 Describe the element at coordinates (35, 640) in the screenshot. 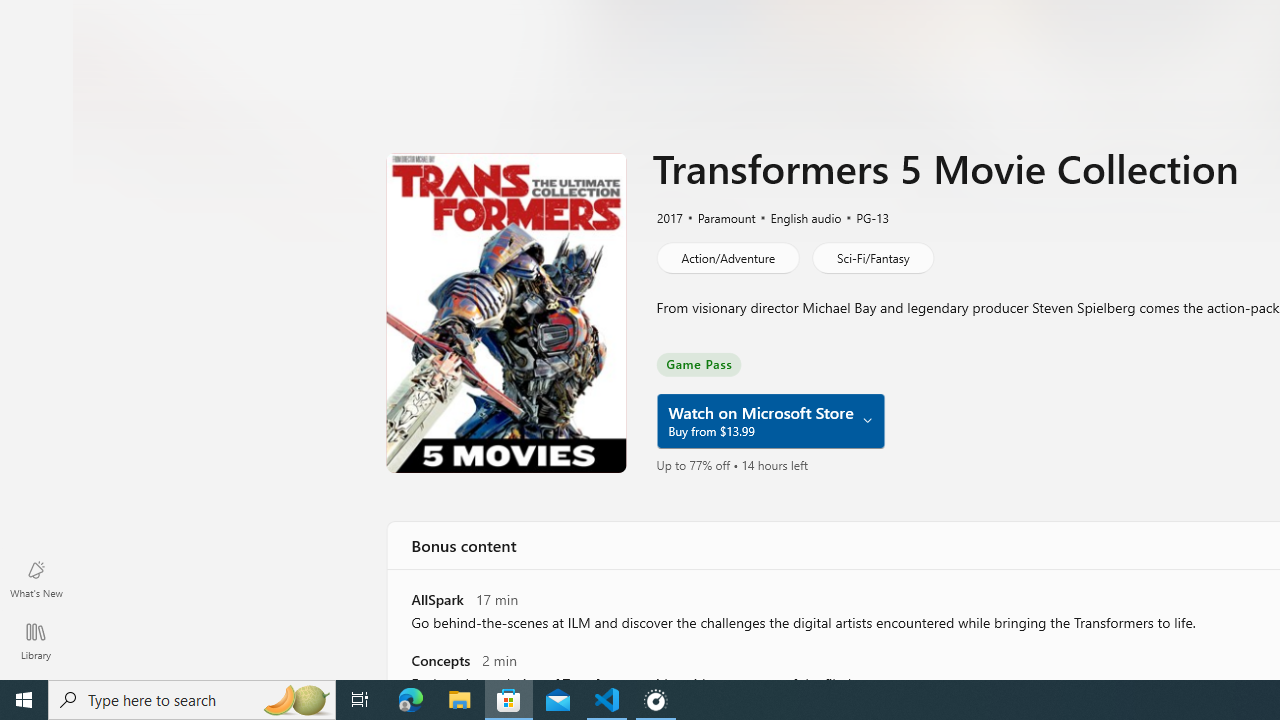

I see `'Library'` at that location.